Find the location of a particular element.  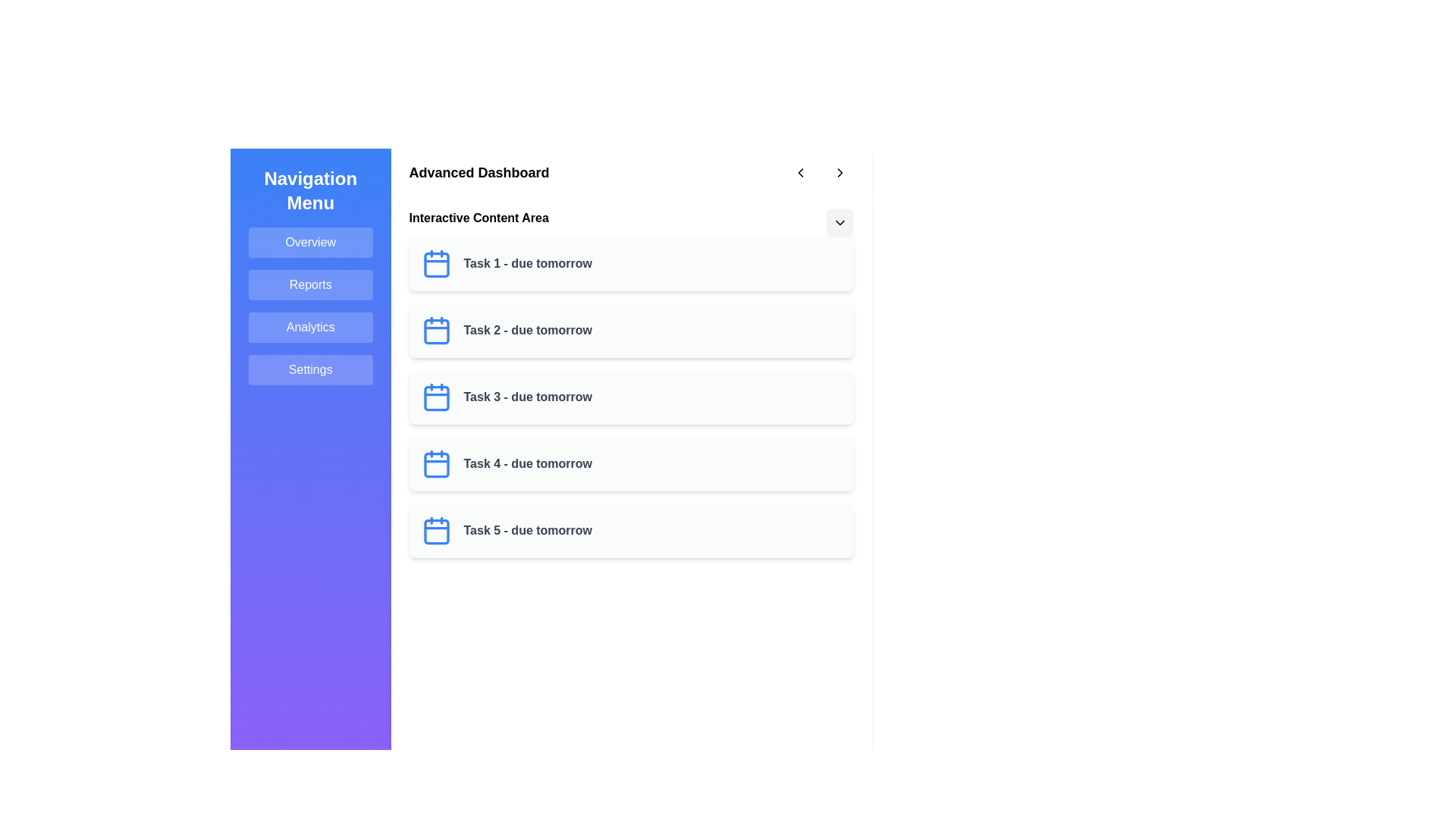

the first button in the horizontal group of two buttons near the top-right corner of the main content area is located at coordinates (800, 171).